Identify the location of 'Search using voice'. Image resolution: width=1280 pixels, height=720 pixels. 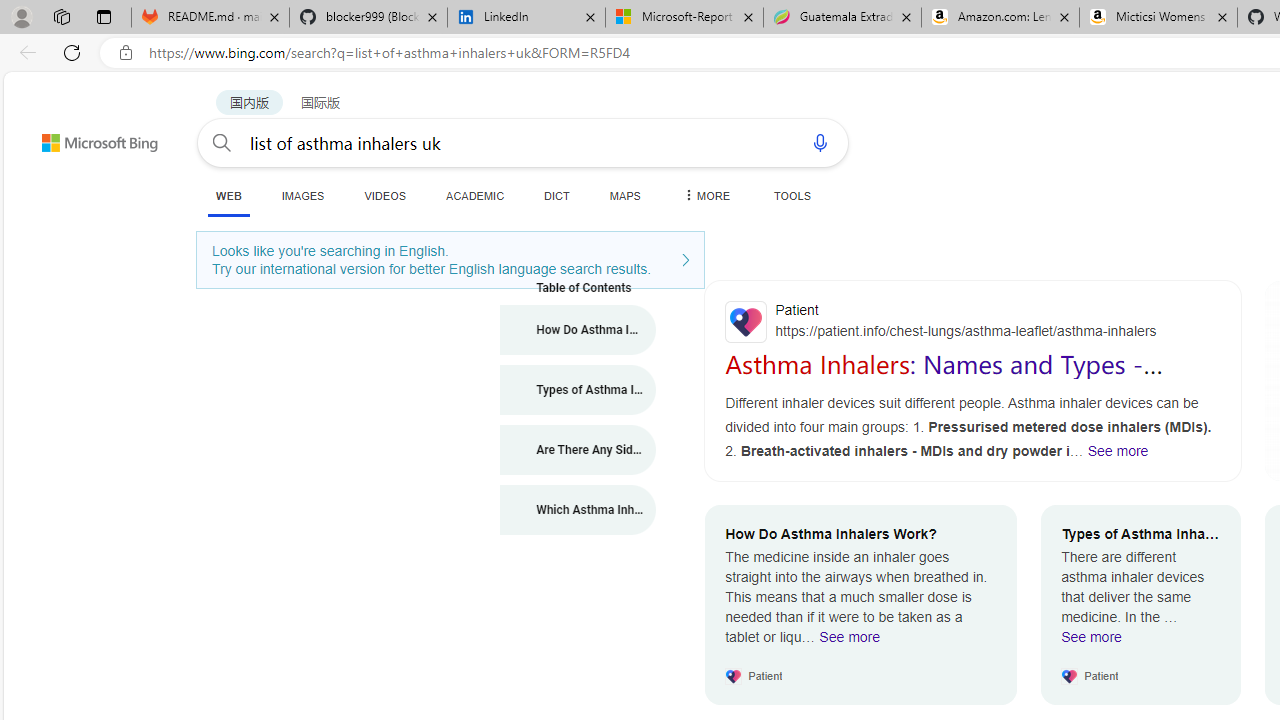
(820, 141).